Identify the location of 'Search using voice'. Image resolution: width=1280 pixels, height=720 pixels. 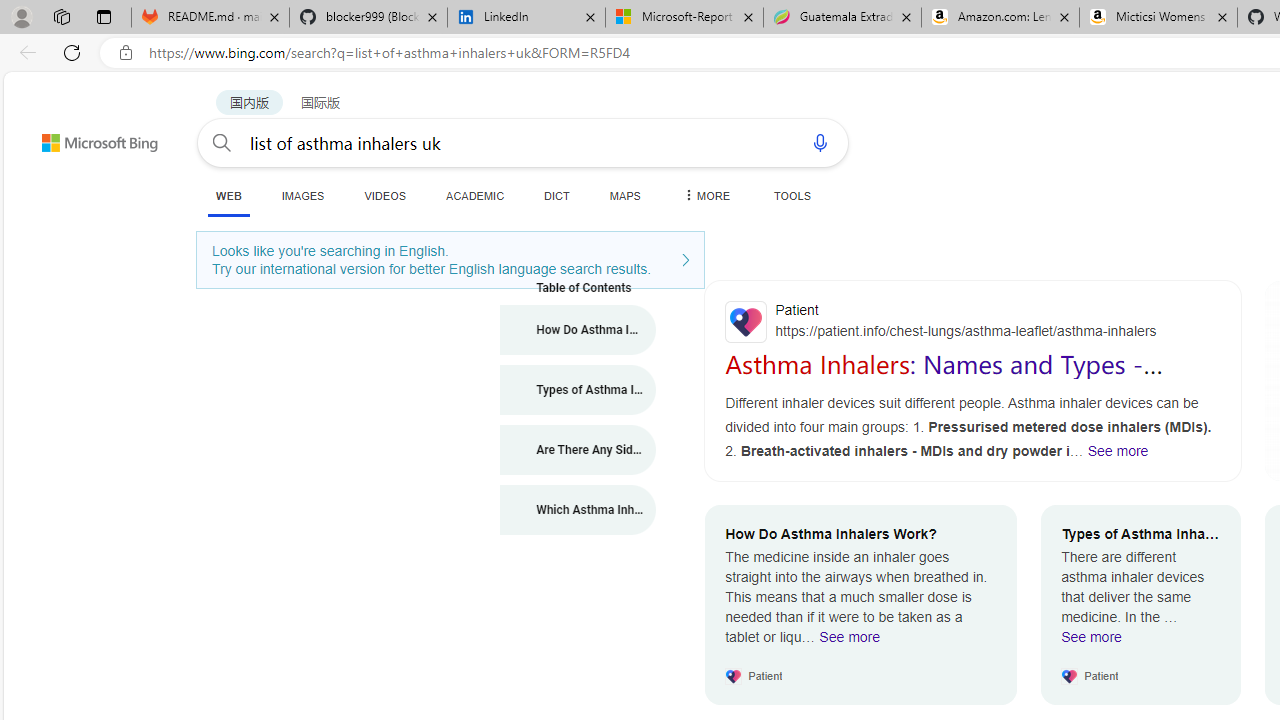
(820, 141).